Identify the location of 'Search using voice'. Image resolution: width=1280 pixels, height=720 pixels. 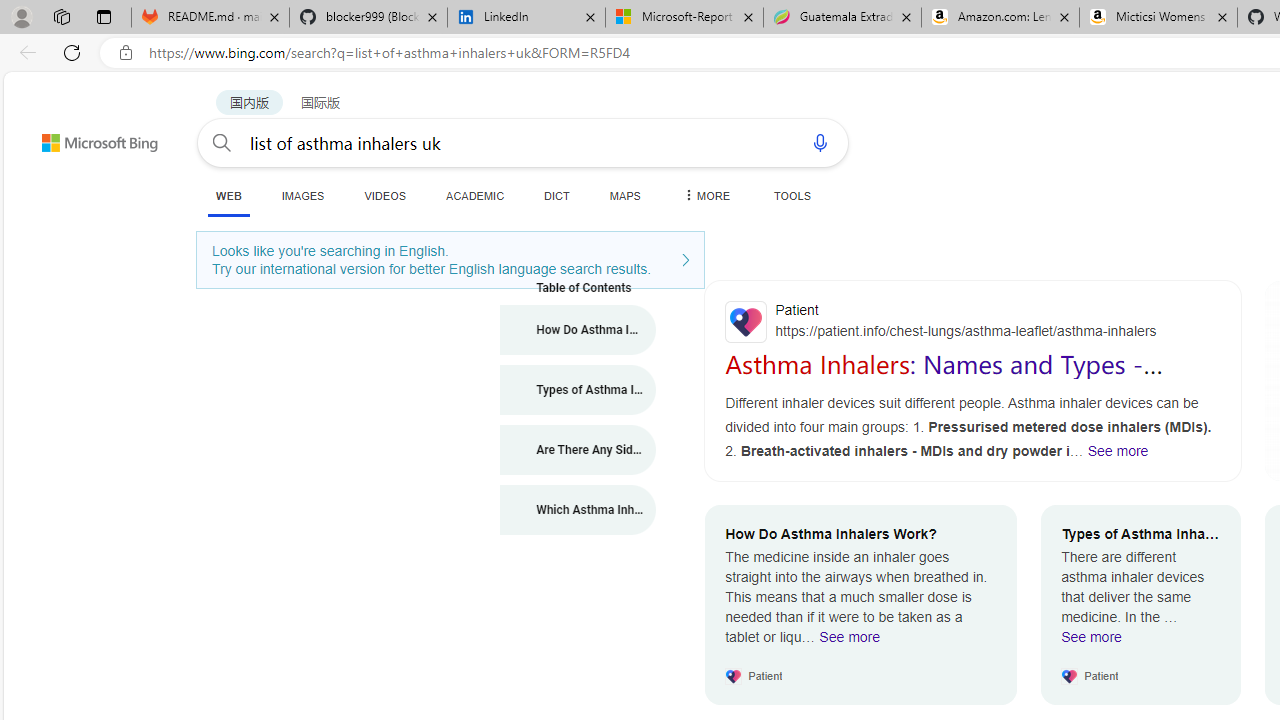
(820, 141).